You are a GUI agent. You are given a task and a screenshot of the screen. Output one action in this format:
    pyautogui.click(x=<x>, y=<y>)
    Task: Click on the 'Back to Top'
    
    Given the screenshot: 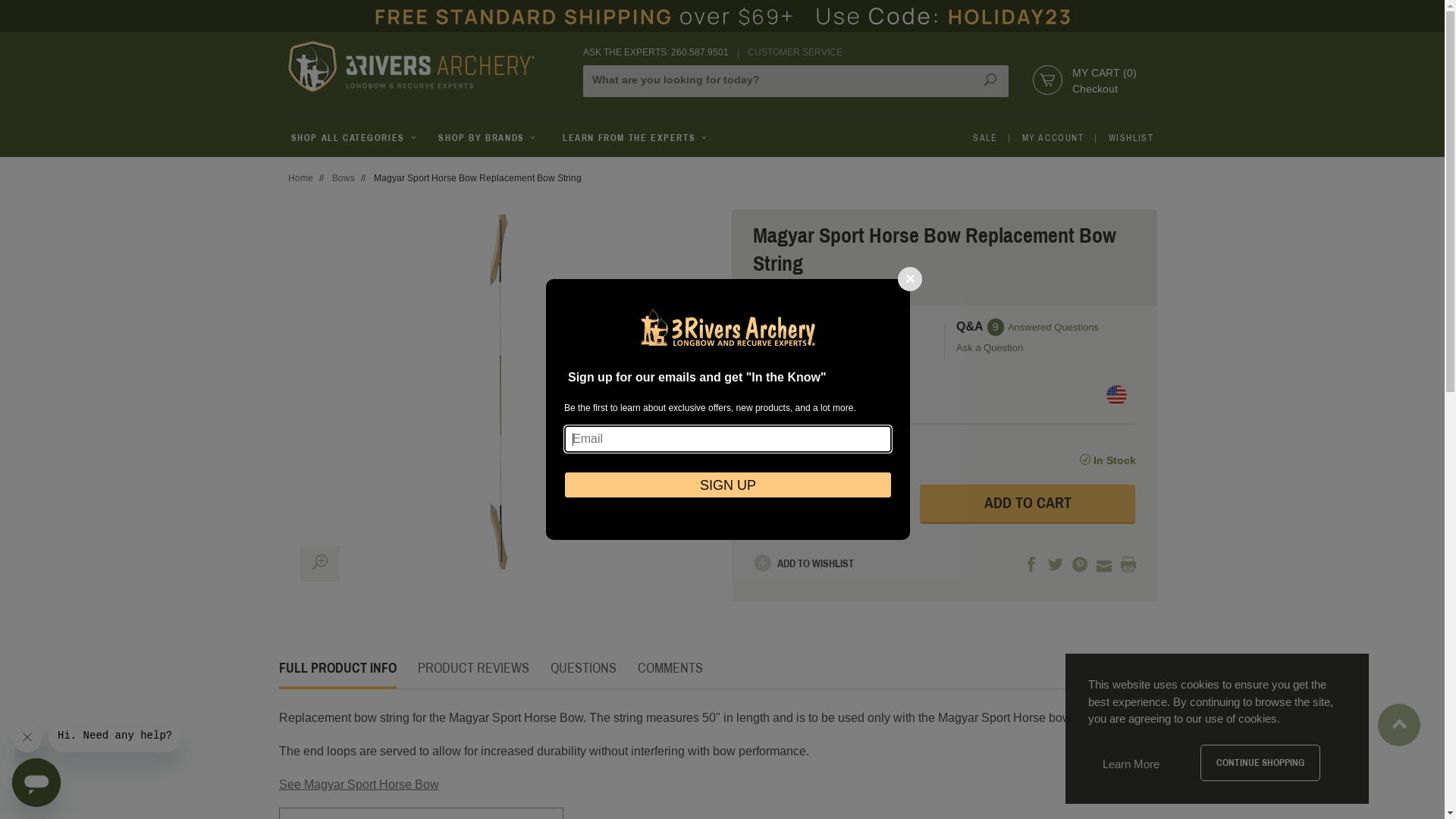 What is the action you would take?
    pyautogui.click(x=1398, y=717)
    